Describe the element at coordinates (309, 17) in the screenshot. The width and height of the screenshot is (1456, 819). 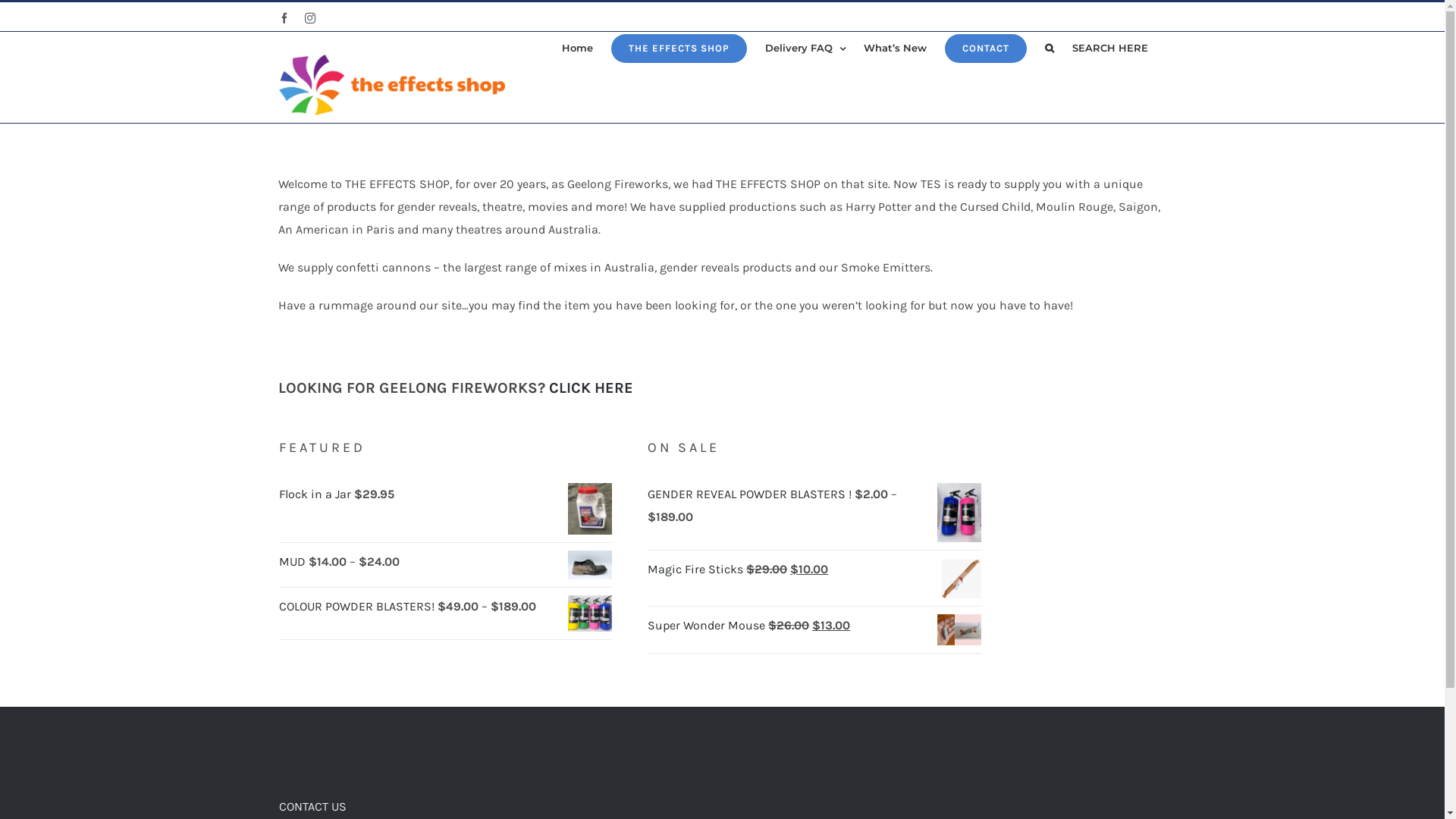
I see `'Instagram'` at that location.